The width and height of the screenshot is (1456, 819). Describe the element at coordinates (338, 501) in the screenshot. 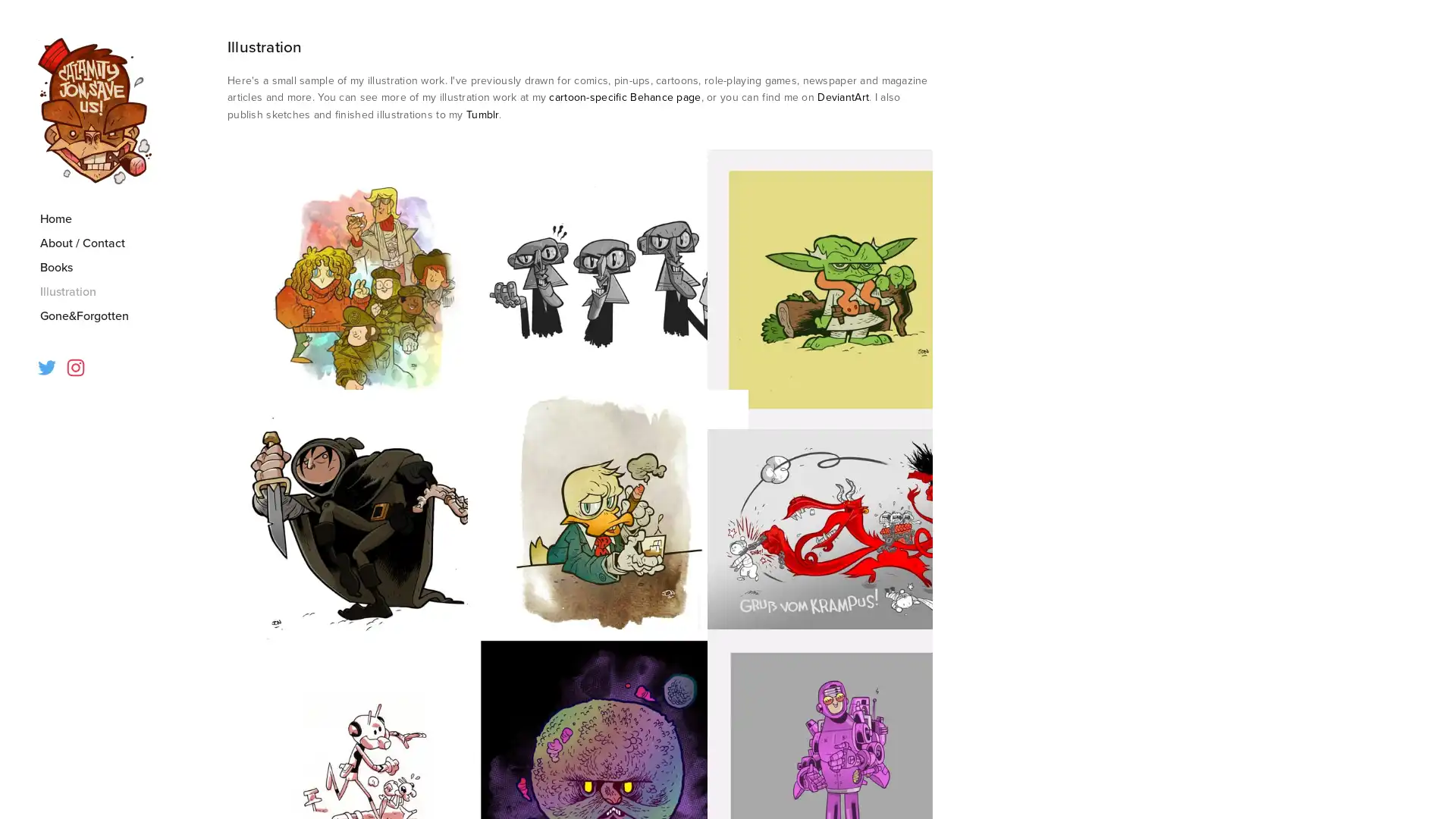

I see `View fullsize illos04.jpg` at that location.